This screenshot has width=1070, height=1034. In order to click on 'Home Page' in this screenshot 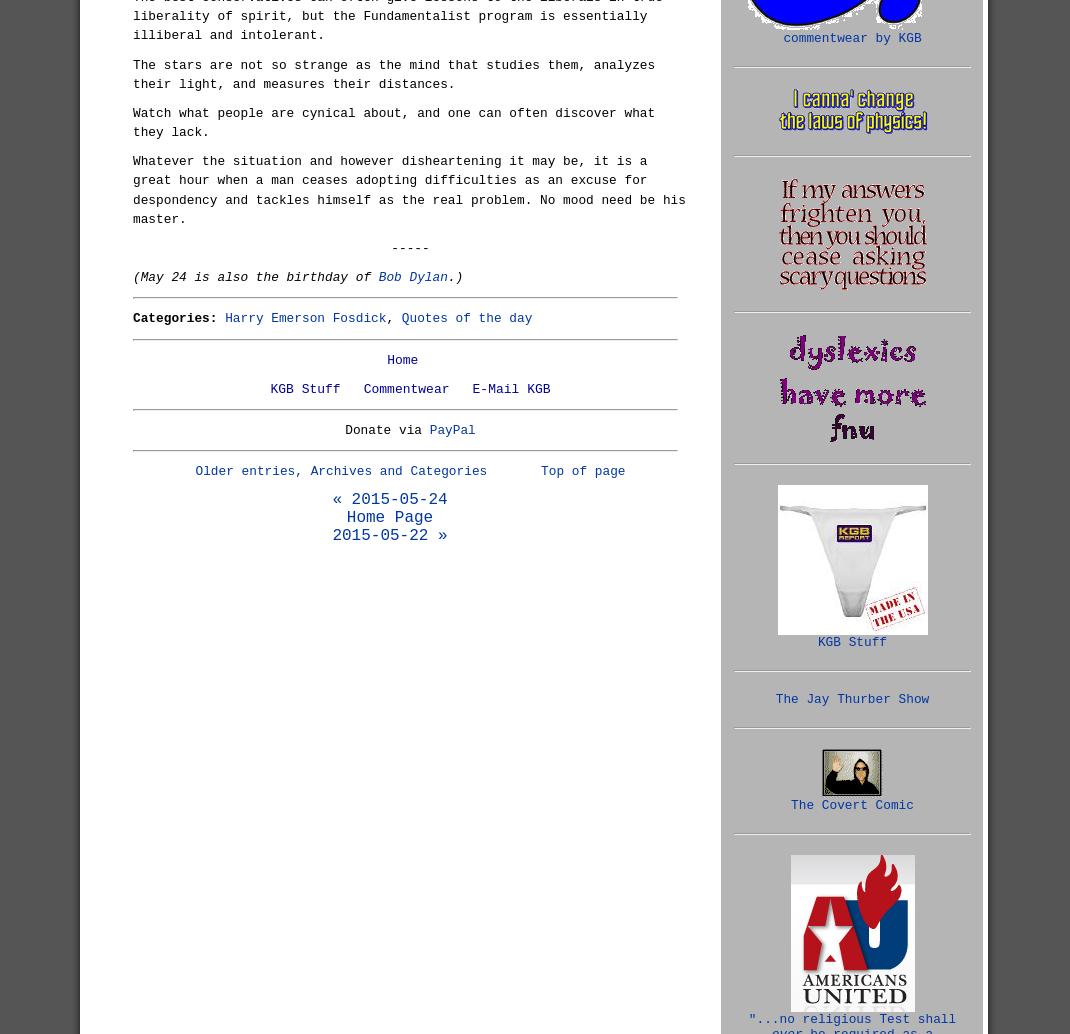, I will do `click(346, 518)`.